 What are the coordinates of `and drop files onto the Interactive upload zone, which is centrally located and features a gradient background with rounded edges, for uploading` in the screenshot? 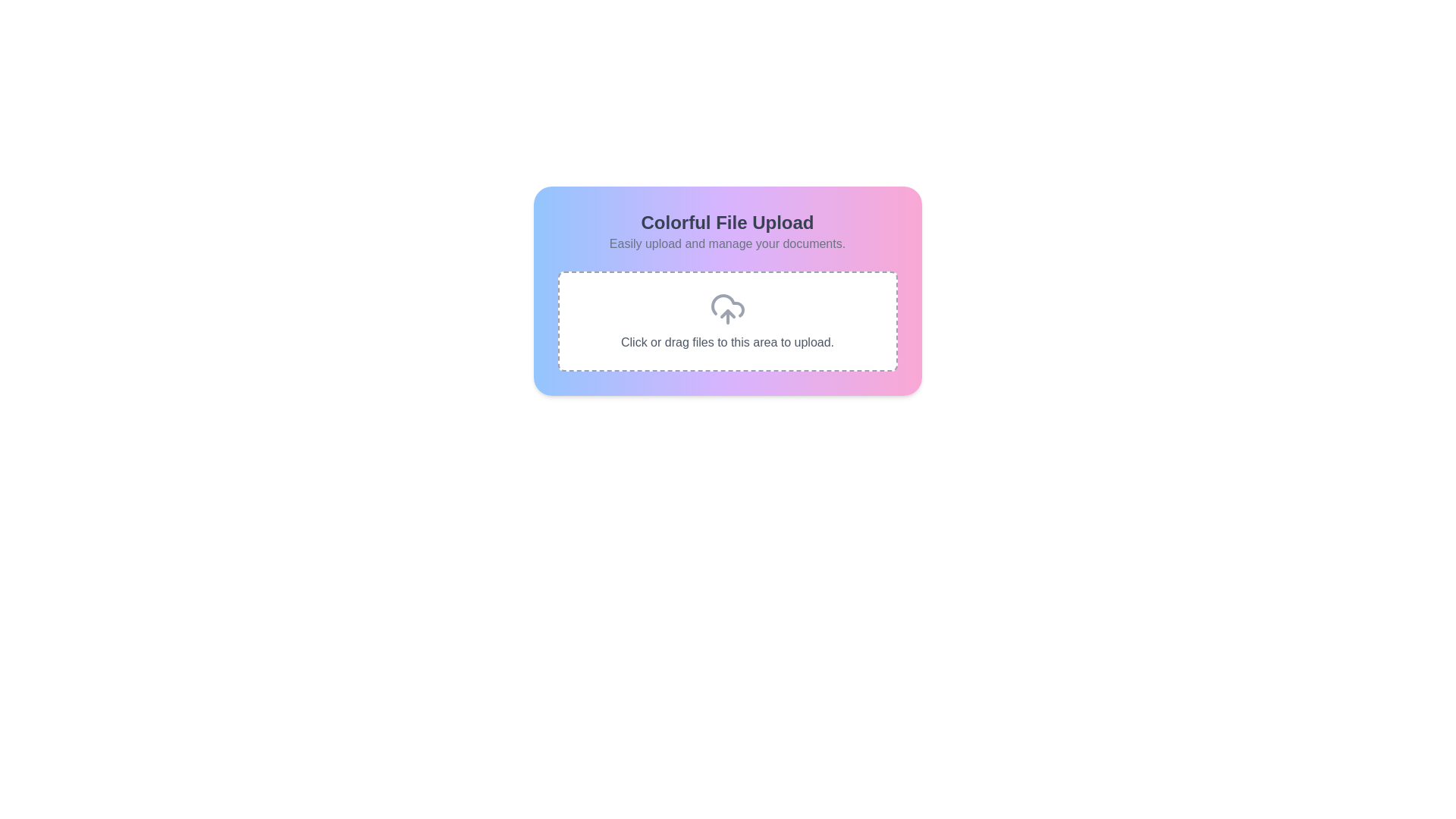 It's located at (726, 291).